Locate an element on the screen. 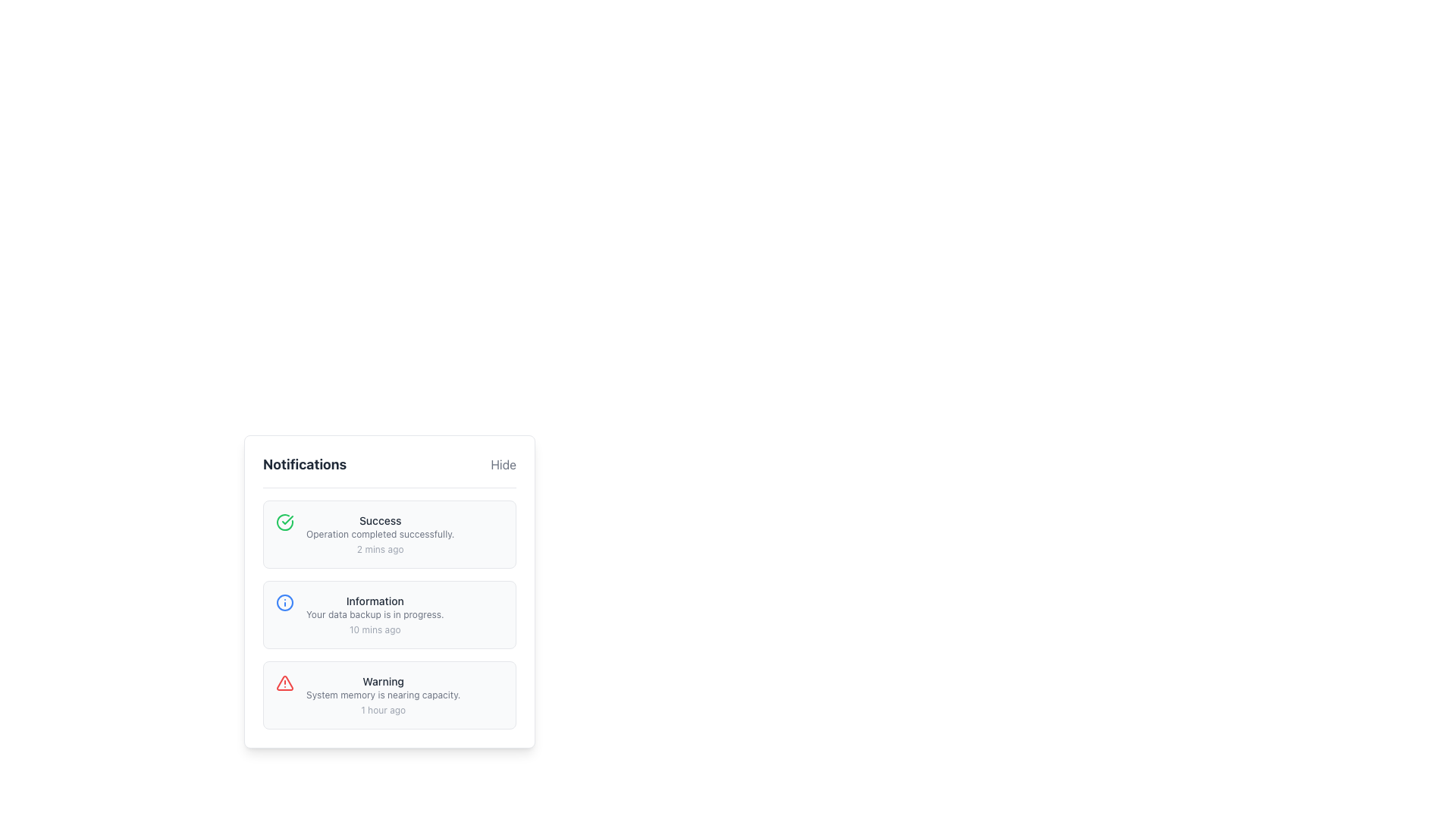  notifications displayed in the notification panel that features a bold heading 'Notifications' and a 'Hide' button is located at coordinates (389, 590).